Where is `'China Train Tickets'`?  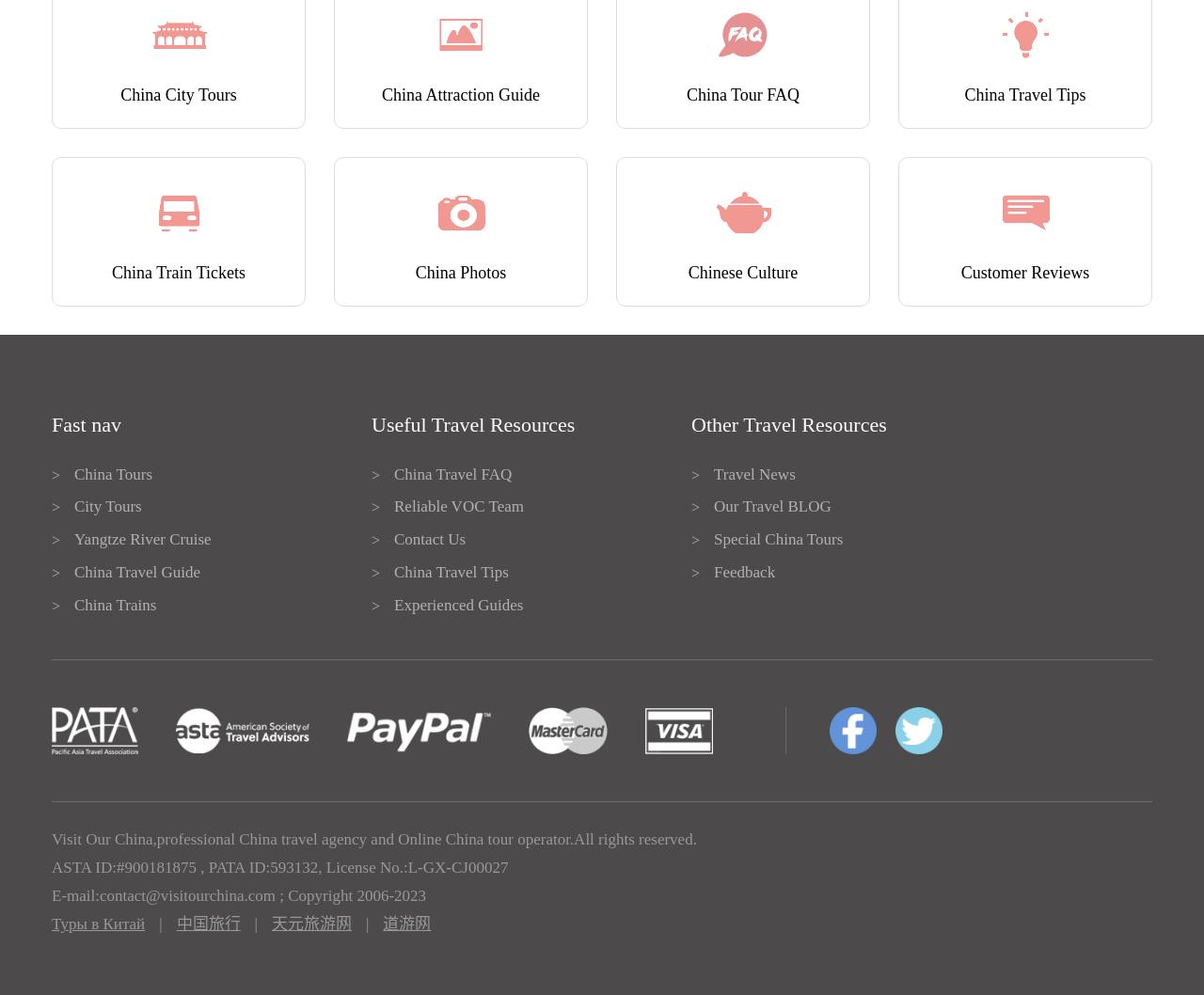
'China Train Tickets' is located at coordinates (178, 271).